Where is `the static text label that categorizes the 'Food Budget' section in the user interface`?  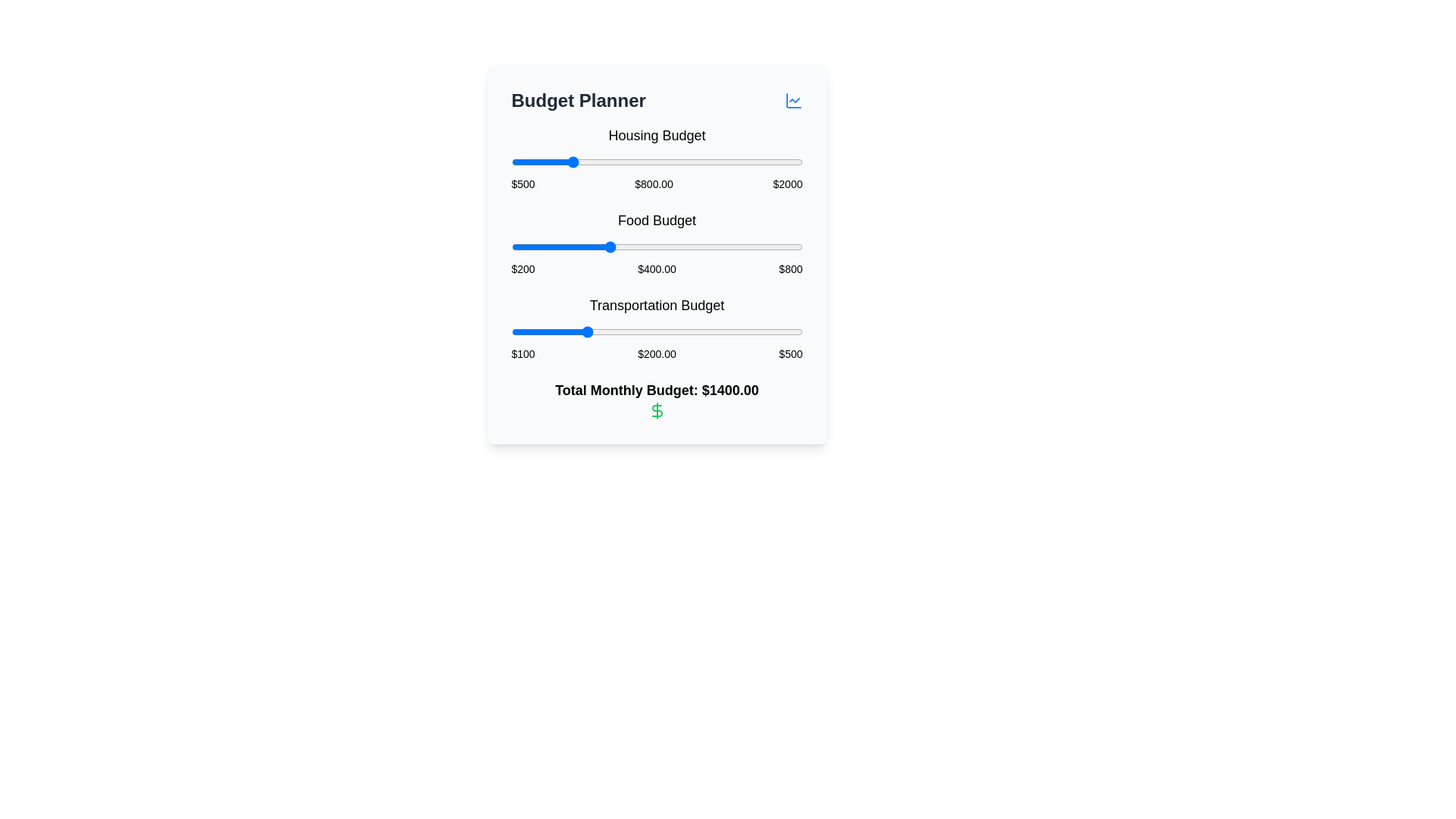
the static text label that categorizes the 'Food Budget' section in the user interface is located at coordinates (657, 220).